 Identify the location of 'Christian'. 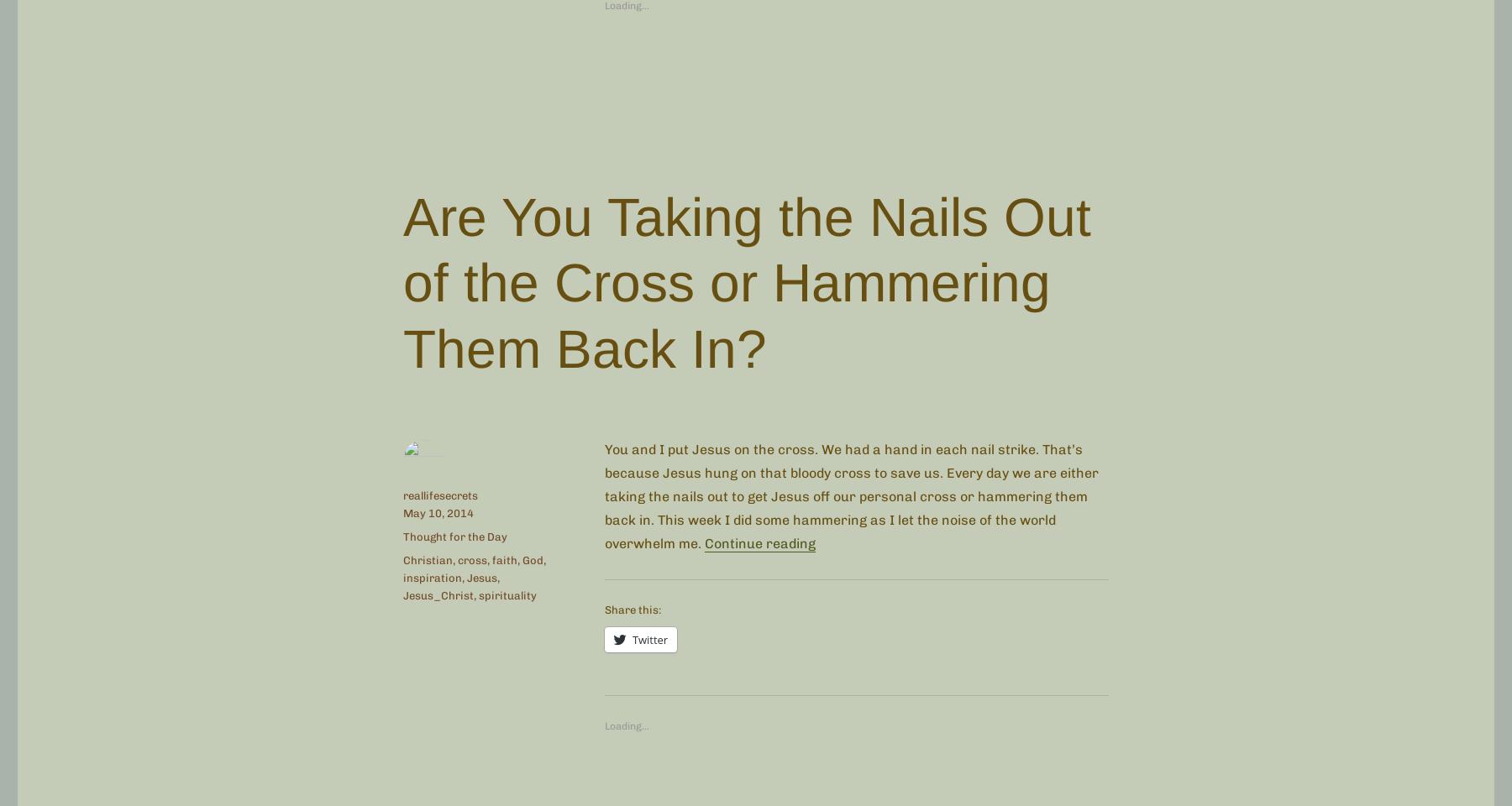
(427, 560).